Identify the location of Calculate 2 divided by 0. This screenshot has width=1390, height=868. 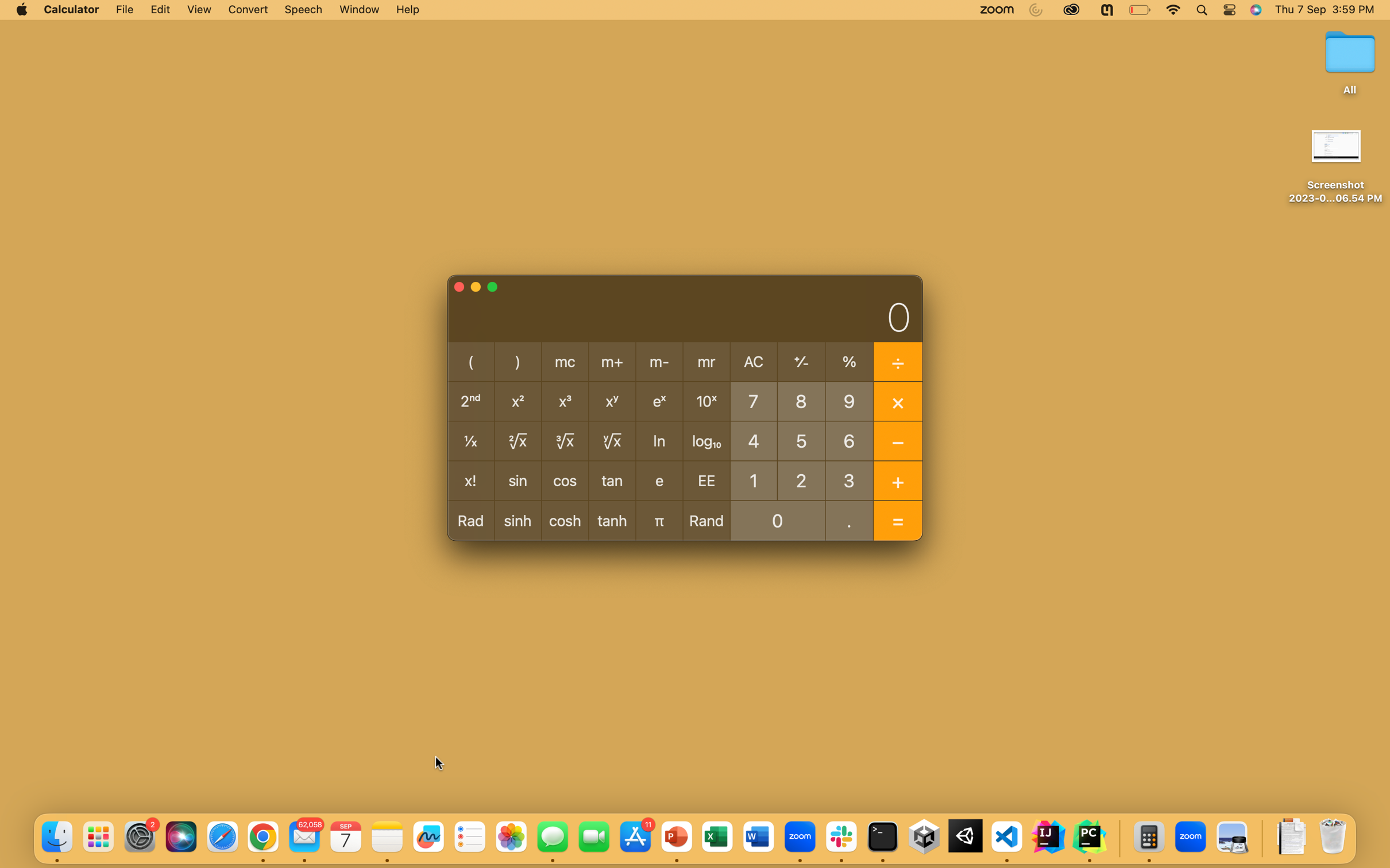
(801, 479).